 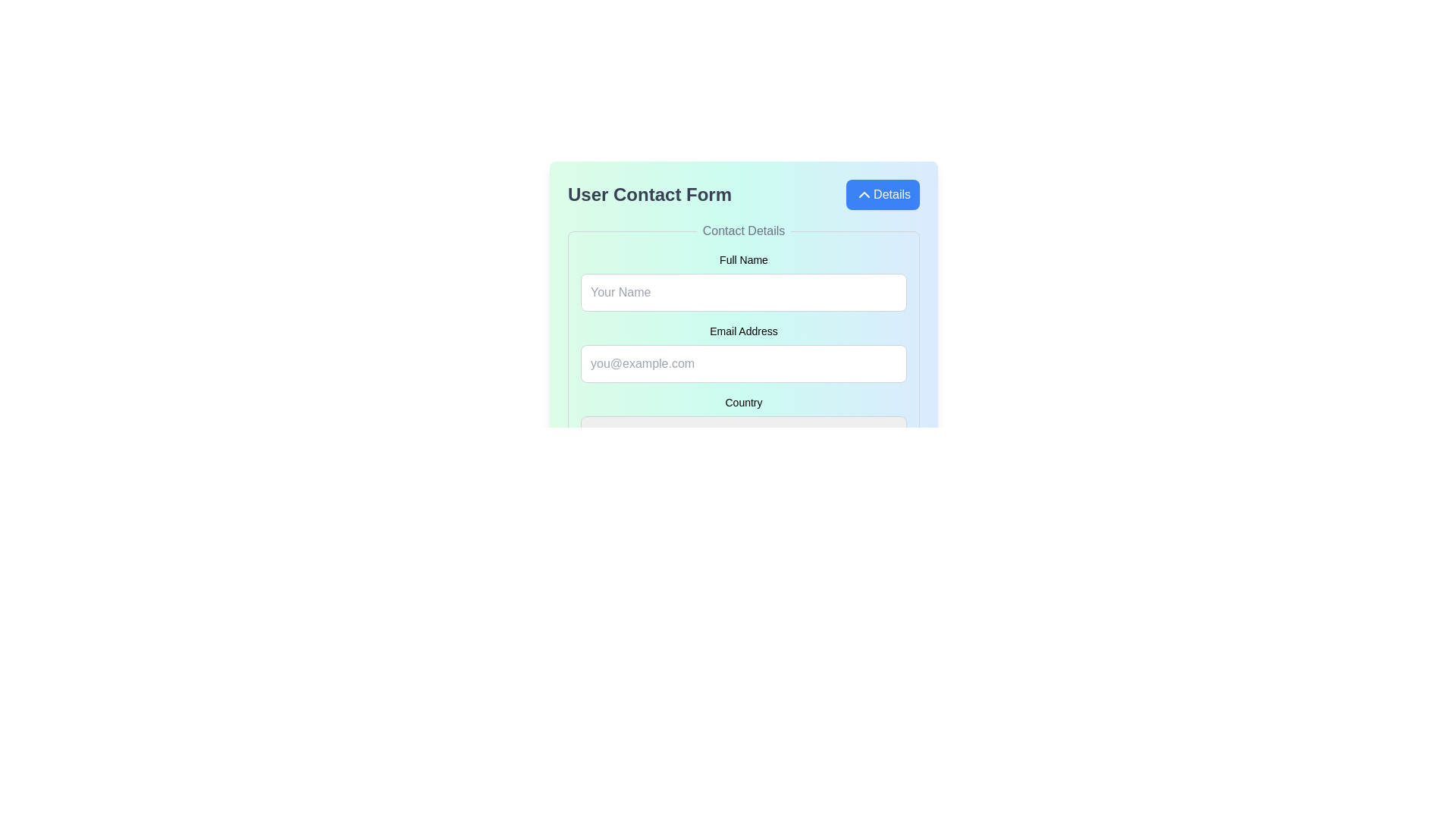 What do you see at coordinates (743, 259) in the screenshot?
I see `the 'Full Name' text label that is displayed in bold, smaller font above the input field in the contact form` at bounding box center [743, 259].